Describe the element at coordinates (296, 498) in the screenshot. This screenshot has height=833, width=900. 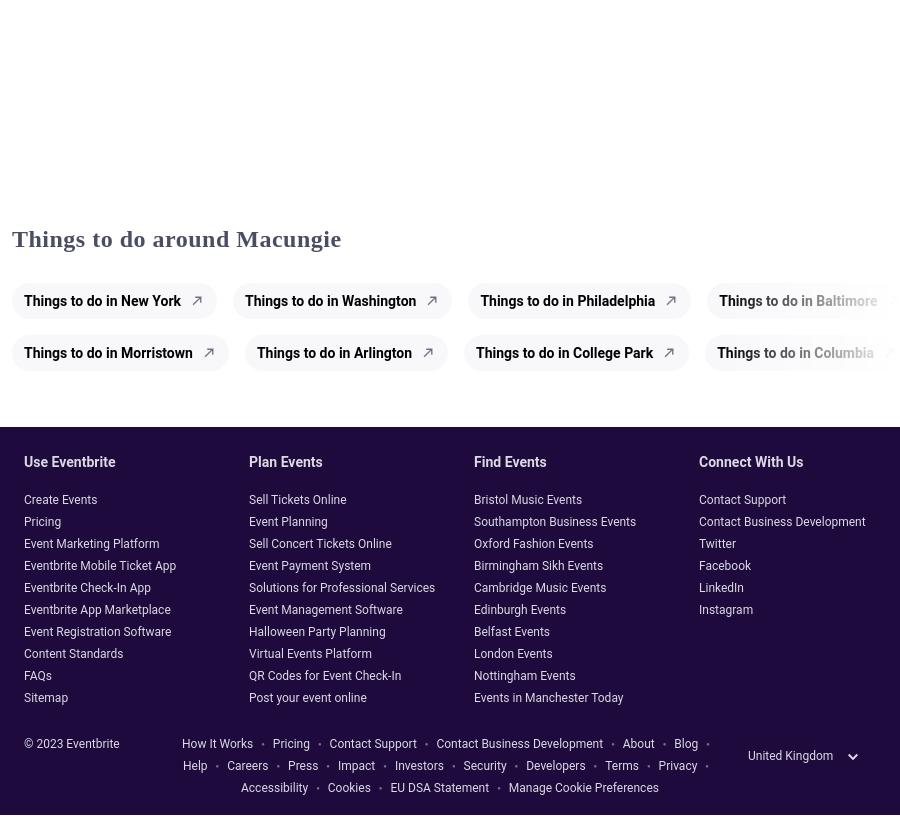
I see `'Sell Tickets Online'` at that location.